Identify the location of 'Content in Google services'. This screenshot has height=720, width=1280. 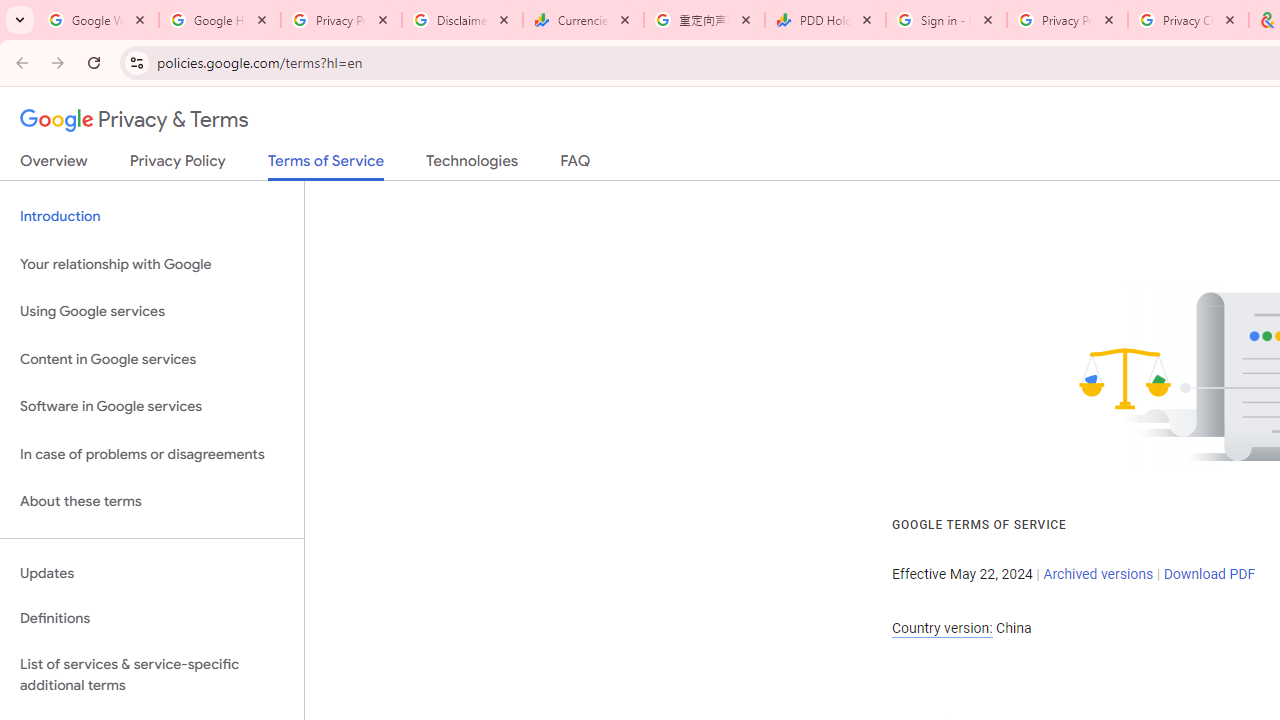
(151, 358).